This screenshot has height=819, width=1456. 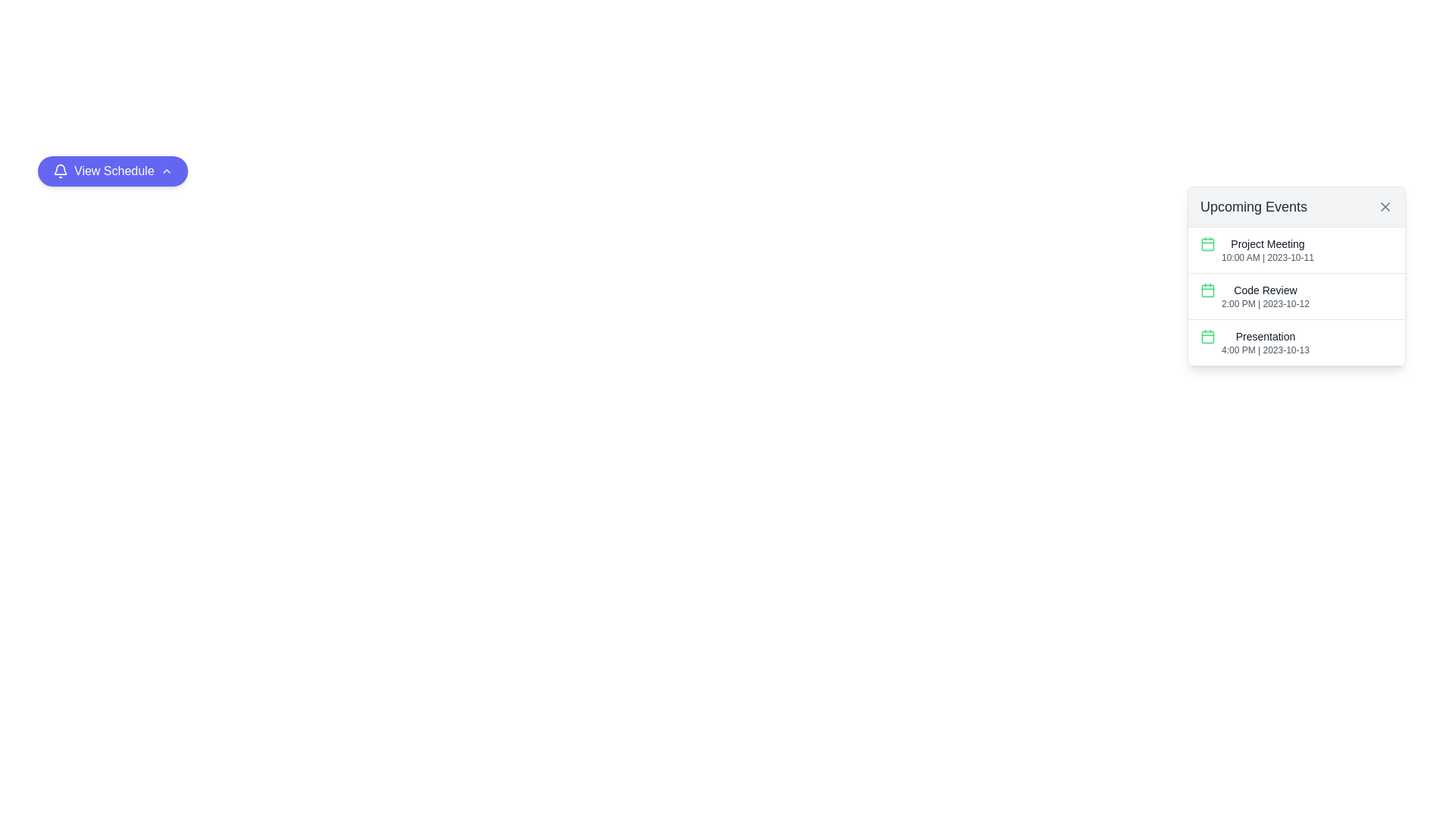 I want to click on the bell-shaped icon with a line art design on a blue background, located at the leftmost side of the 'View Schedule' button, so click(x=61, y=171).